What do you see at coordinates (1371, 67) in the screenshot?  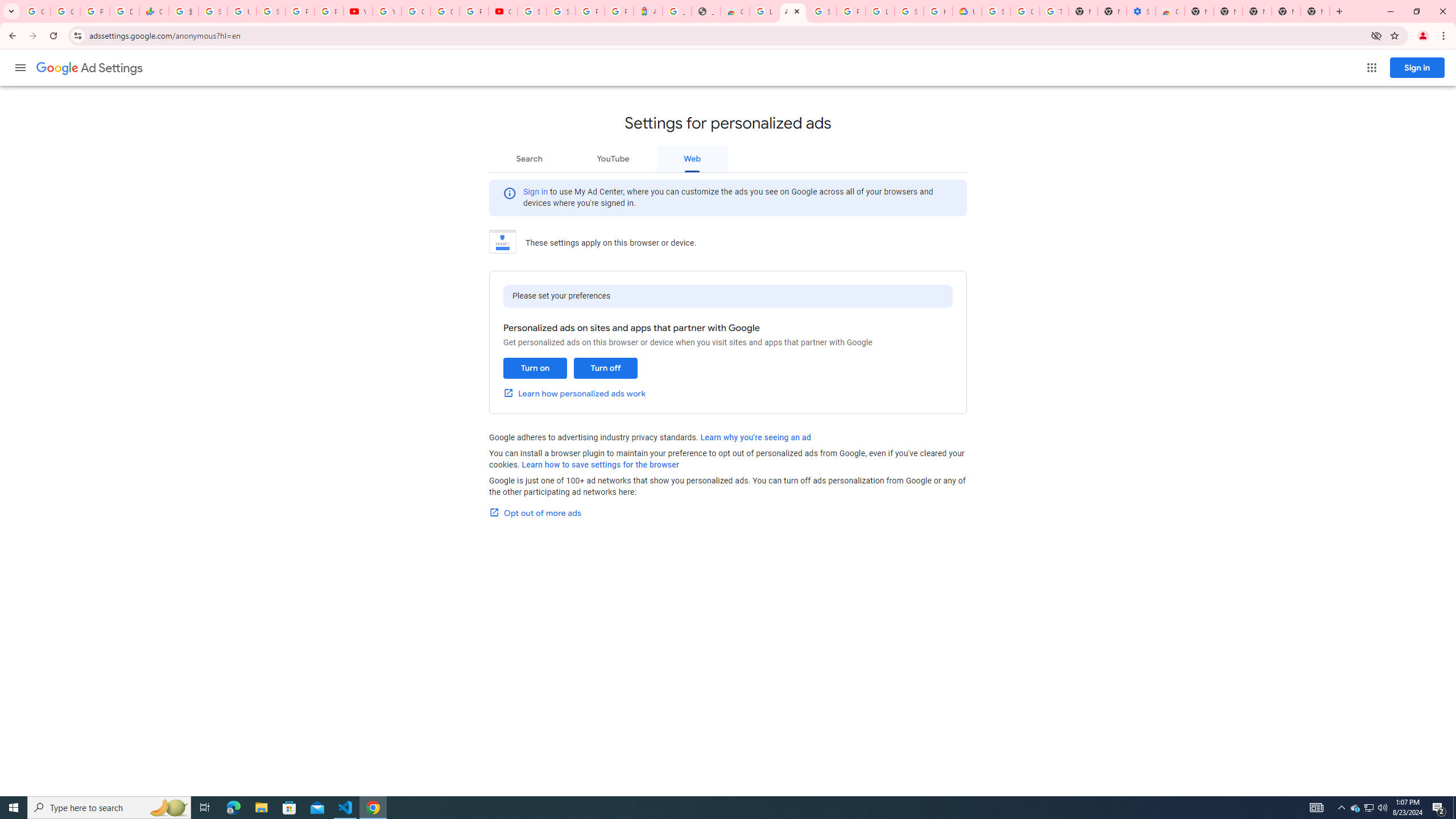 I see `'Google apps'` at bounding box center [1371, 67].